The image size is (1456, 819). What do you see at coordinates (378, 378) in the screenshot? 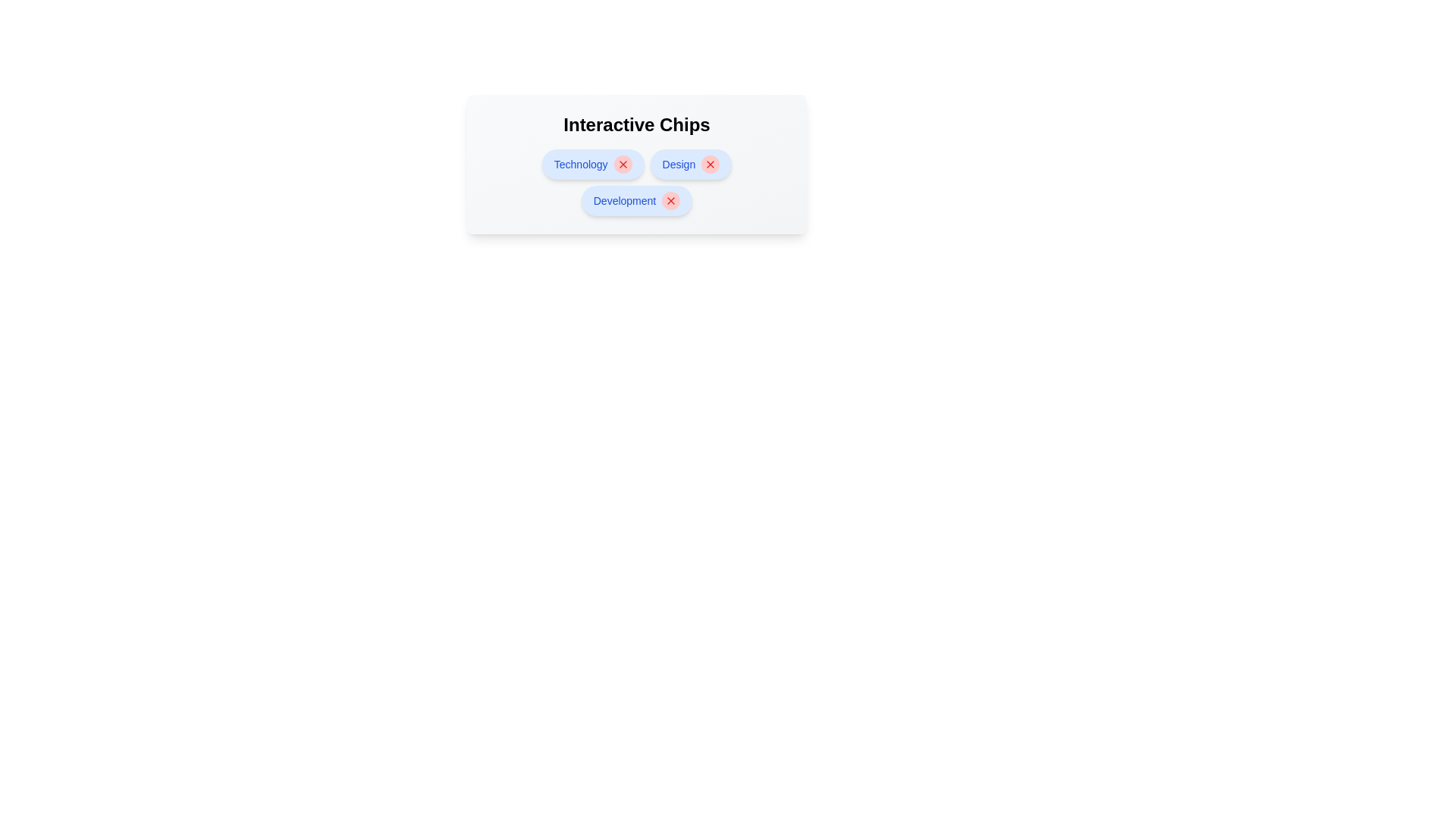
I see `the background area of the component` at bounding box center [378, 378].